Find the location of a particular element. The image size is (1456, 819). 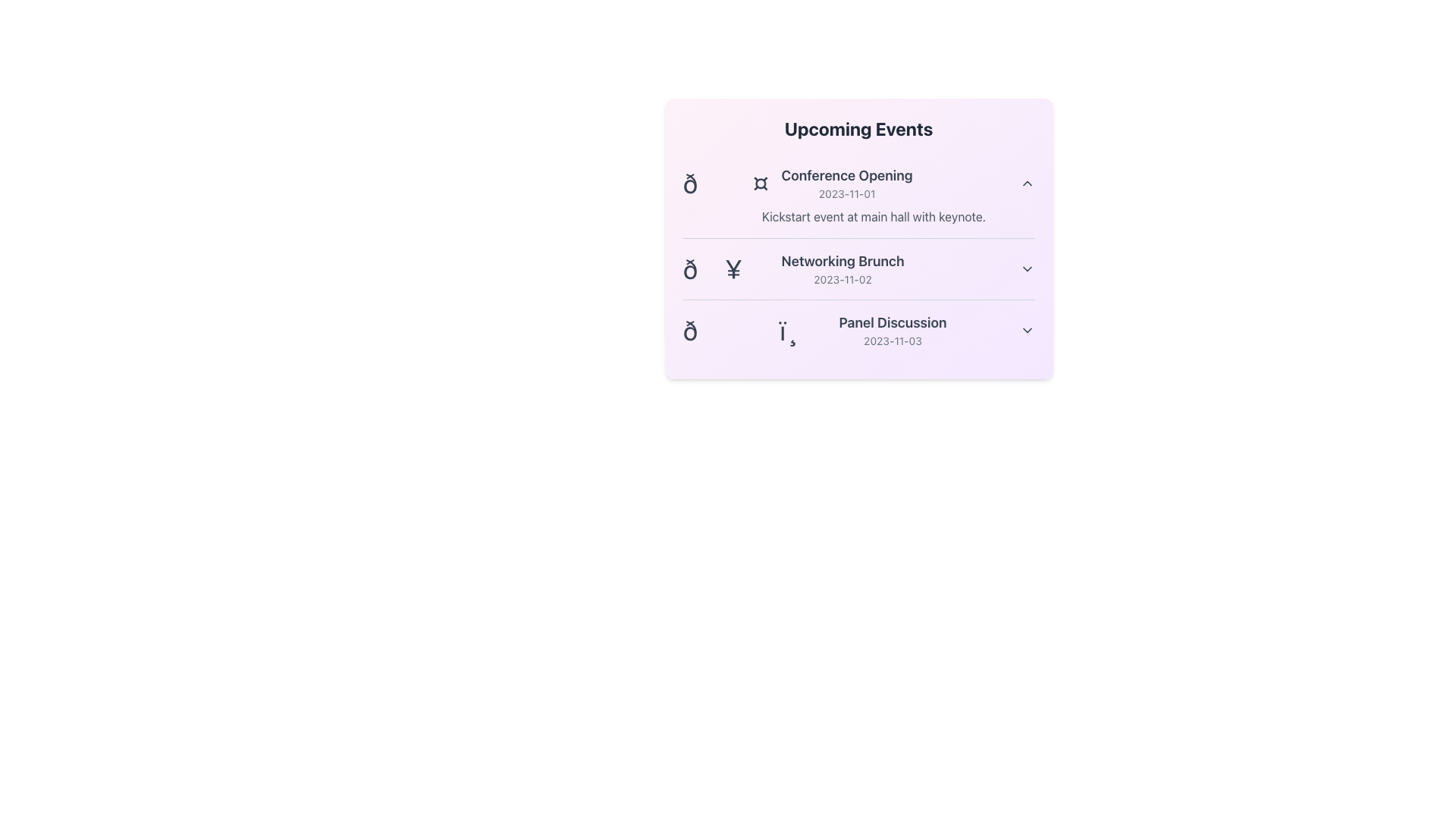

the 'Networking Brunch' event text block for accessibility navigation is located at coordinates (792, 268).